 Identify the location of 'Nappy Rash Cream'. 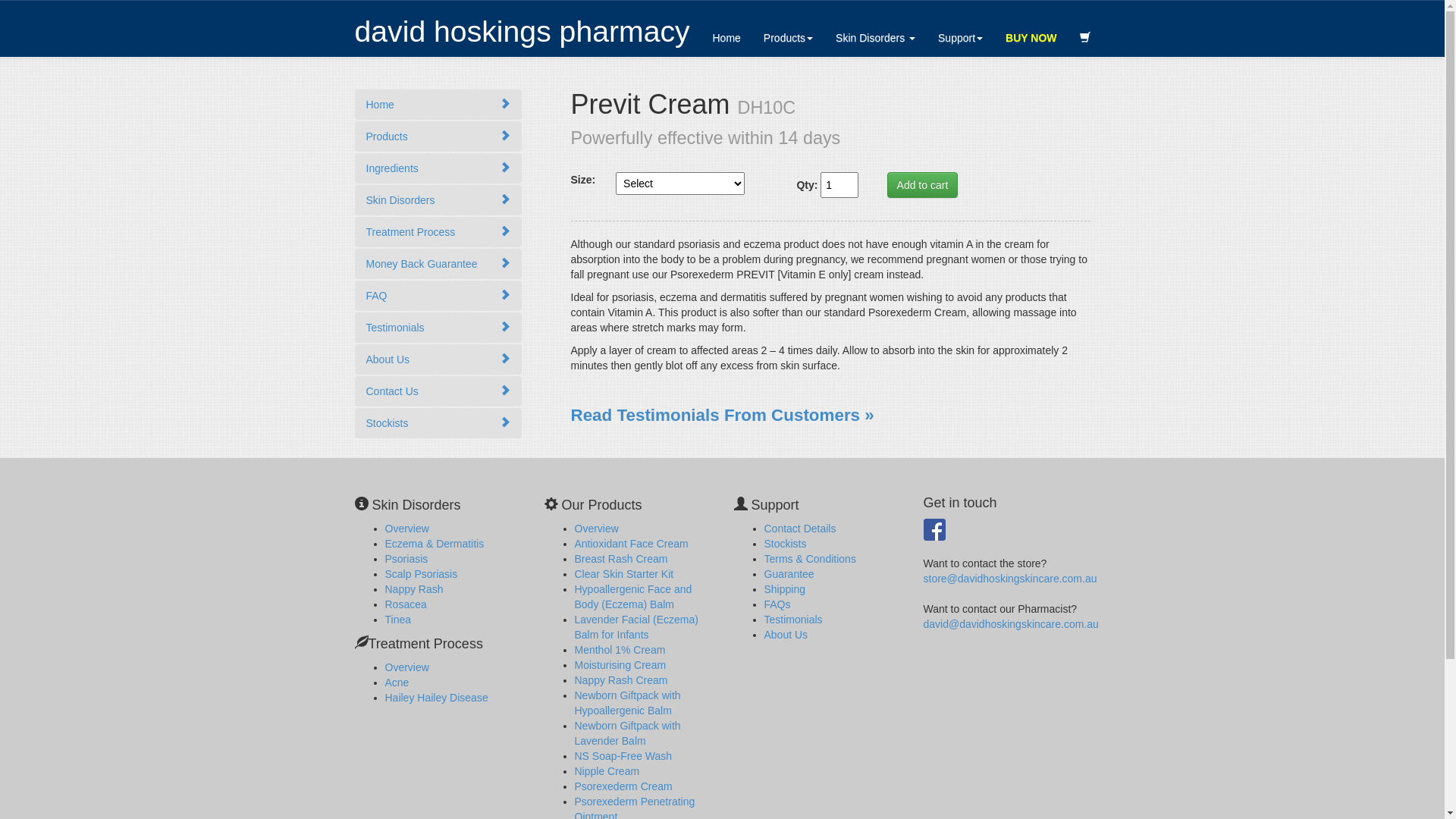
(621, 679).